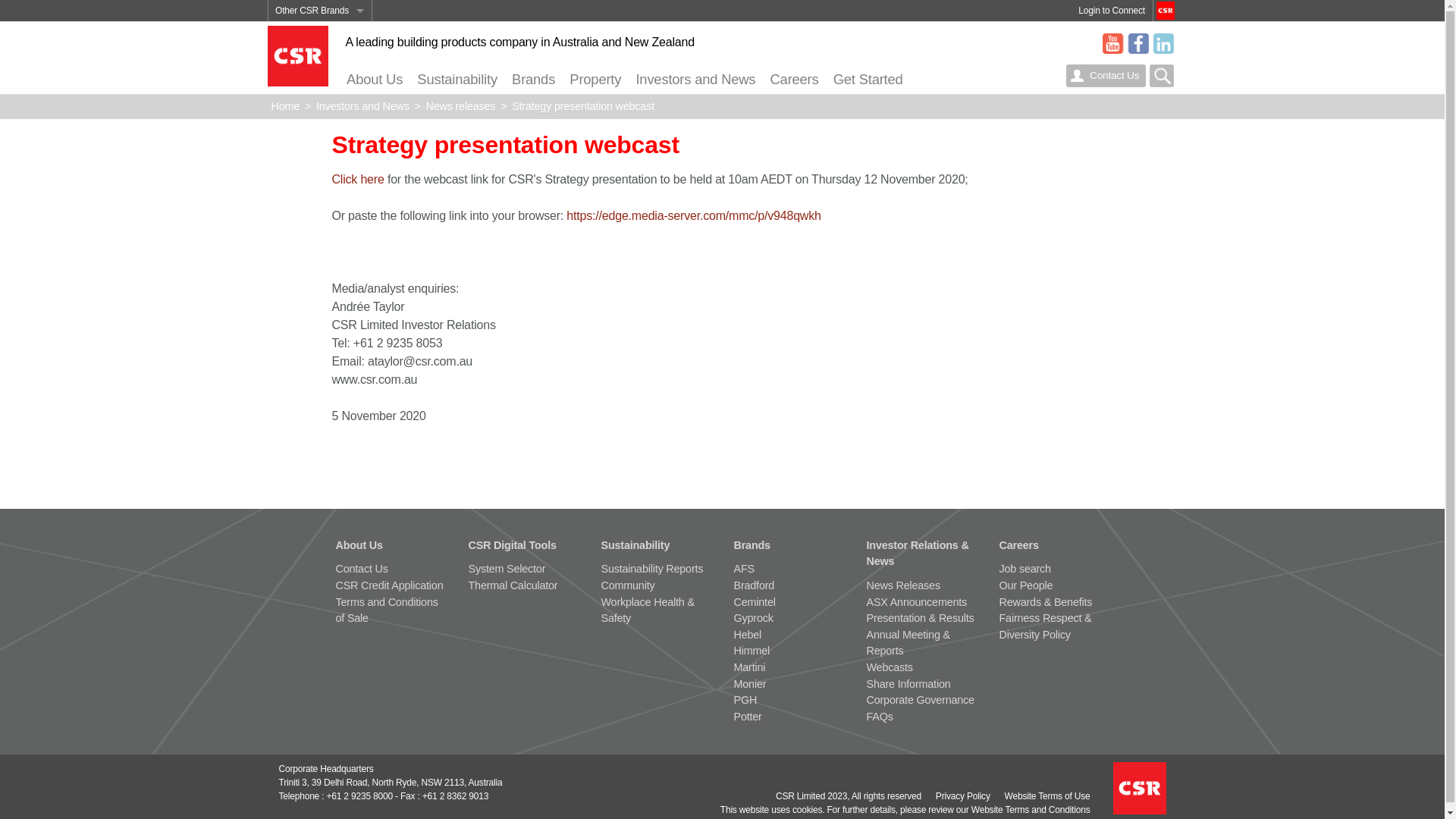 The image size is (1456, 819). What do you see at coordinates (695, 79) in the screenshot?
I see `'Investors and News'` at bounding box center [695, 79].